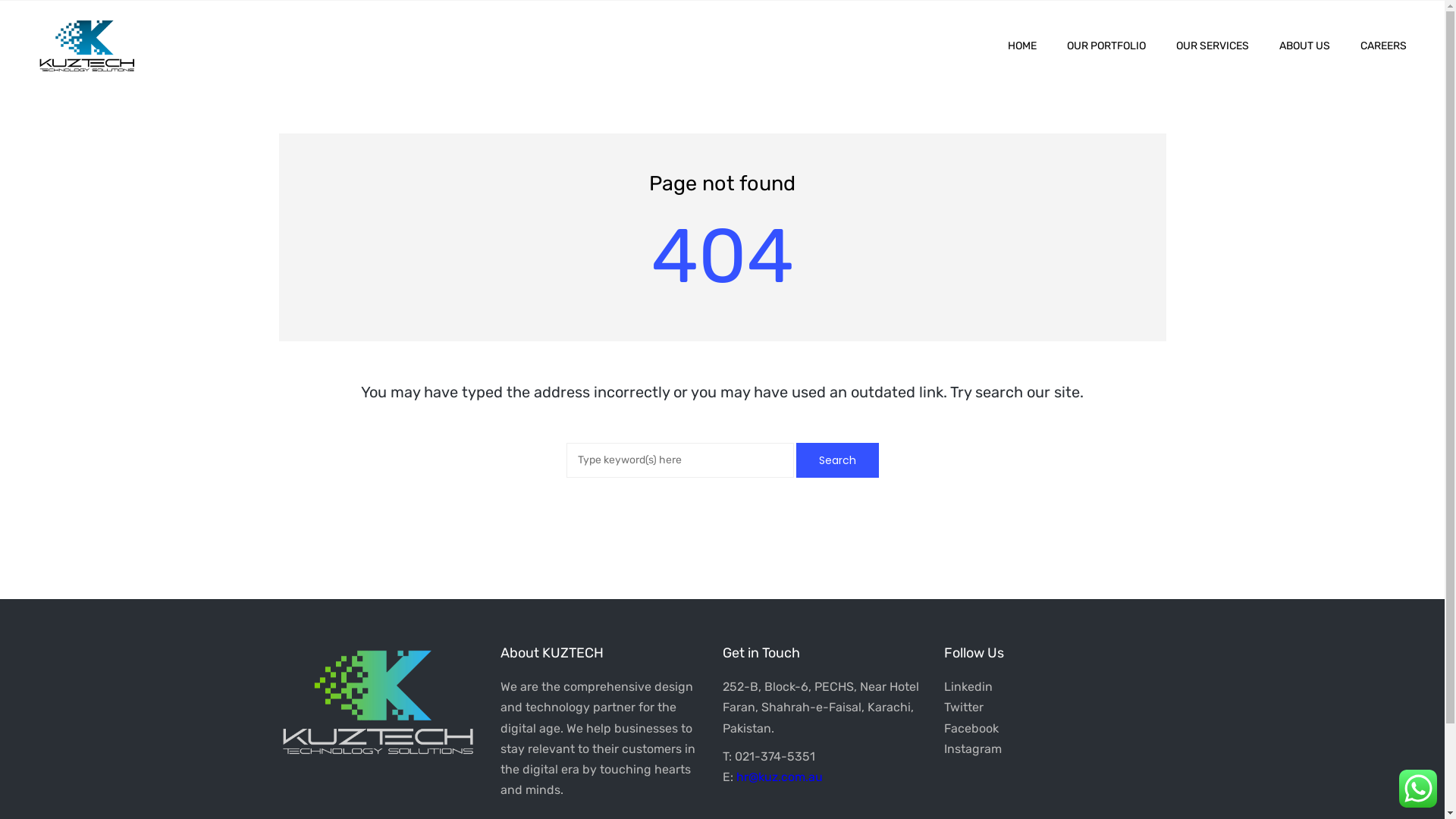 This screenshot has width=1456, height=819. I want to click on 'Linkedin', so click(967, 686).